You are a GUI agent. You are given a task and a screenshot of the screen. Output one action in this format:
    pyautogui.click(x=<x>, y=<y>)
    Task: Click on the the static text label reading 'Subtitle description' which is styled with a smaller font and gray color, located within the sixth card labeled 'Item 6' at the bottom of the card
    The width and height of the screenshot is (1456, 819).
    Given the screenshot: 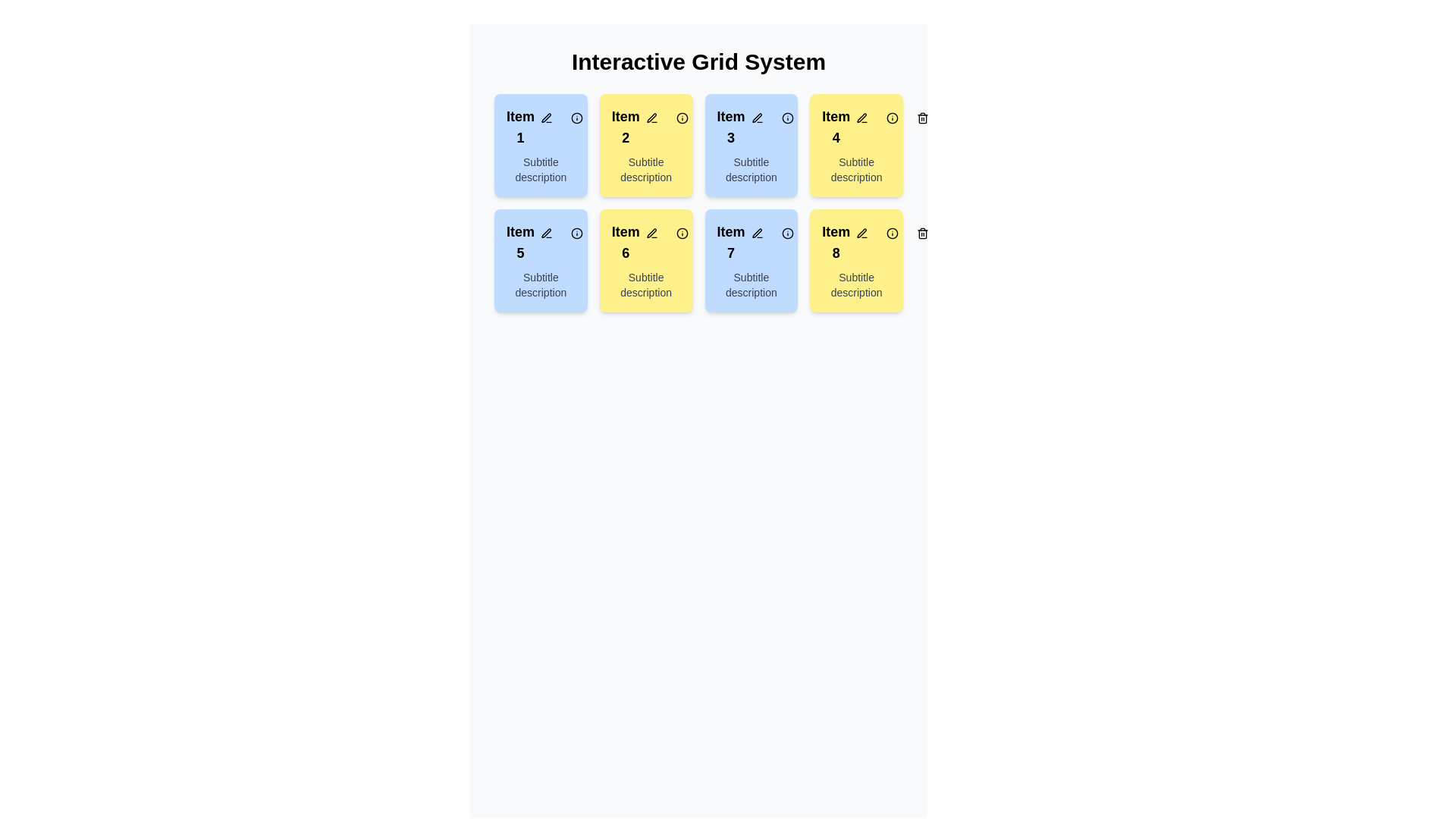 What is the action you would take?
    pyautogui.click(x=646, y=284)
    